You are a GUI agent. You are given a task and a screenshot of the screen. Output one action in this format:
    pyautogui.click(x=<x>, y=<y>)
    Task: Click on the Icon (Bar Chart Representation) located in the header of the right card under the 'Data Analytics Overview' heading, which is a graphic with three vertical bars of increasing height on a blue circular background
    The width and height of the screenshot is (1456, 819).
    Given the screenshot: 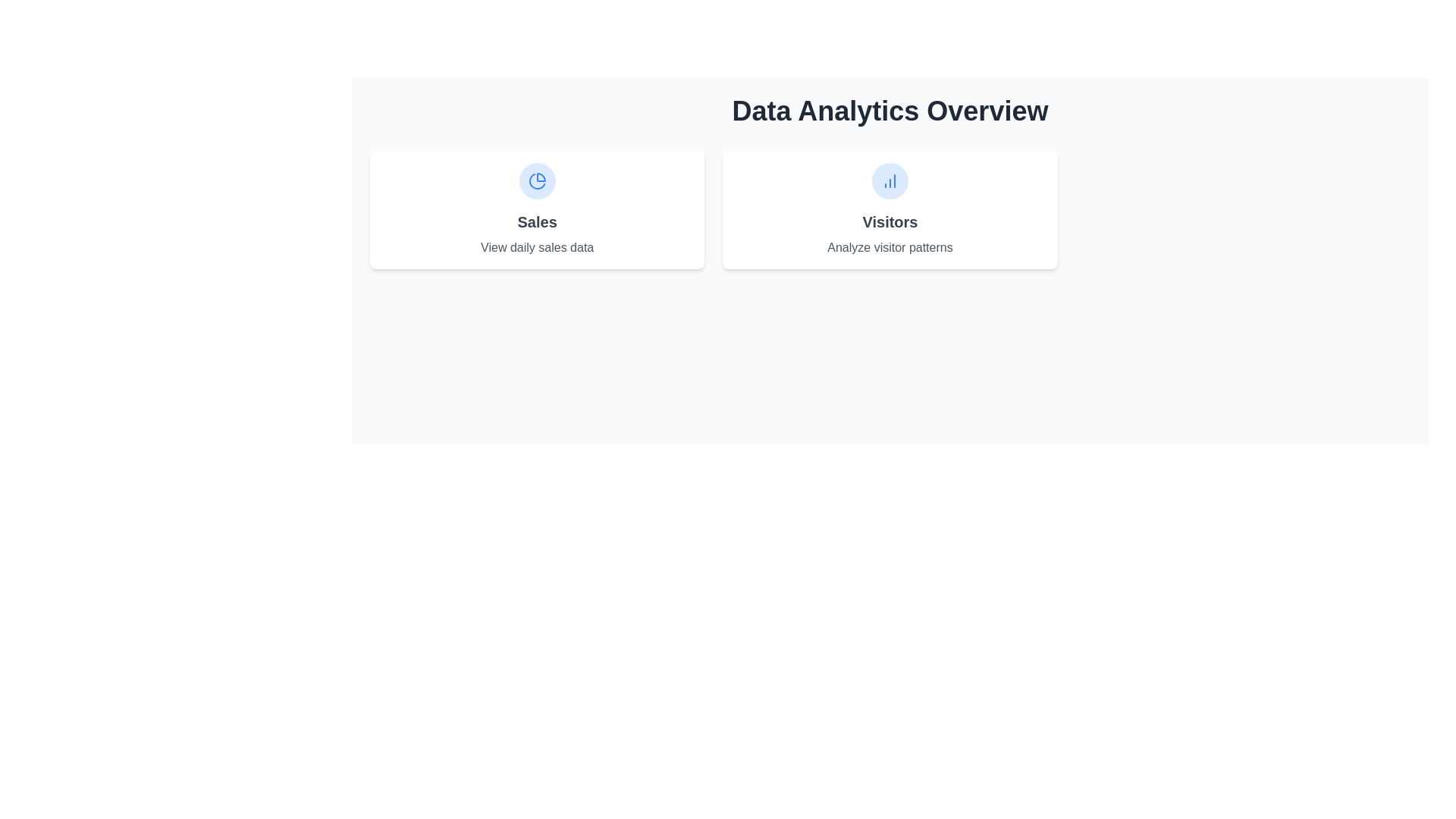 What is the action you would take?
    pyautogui.click(x=890, y=180)
    